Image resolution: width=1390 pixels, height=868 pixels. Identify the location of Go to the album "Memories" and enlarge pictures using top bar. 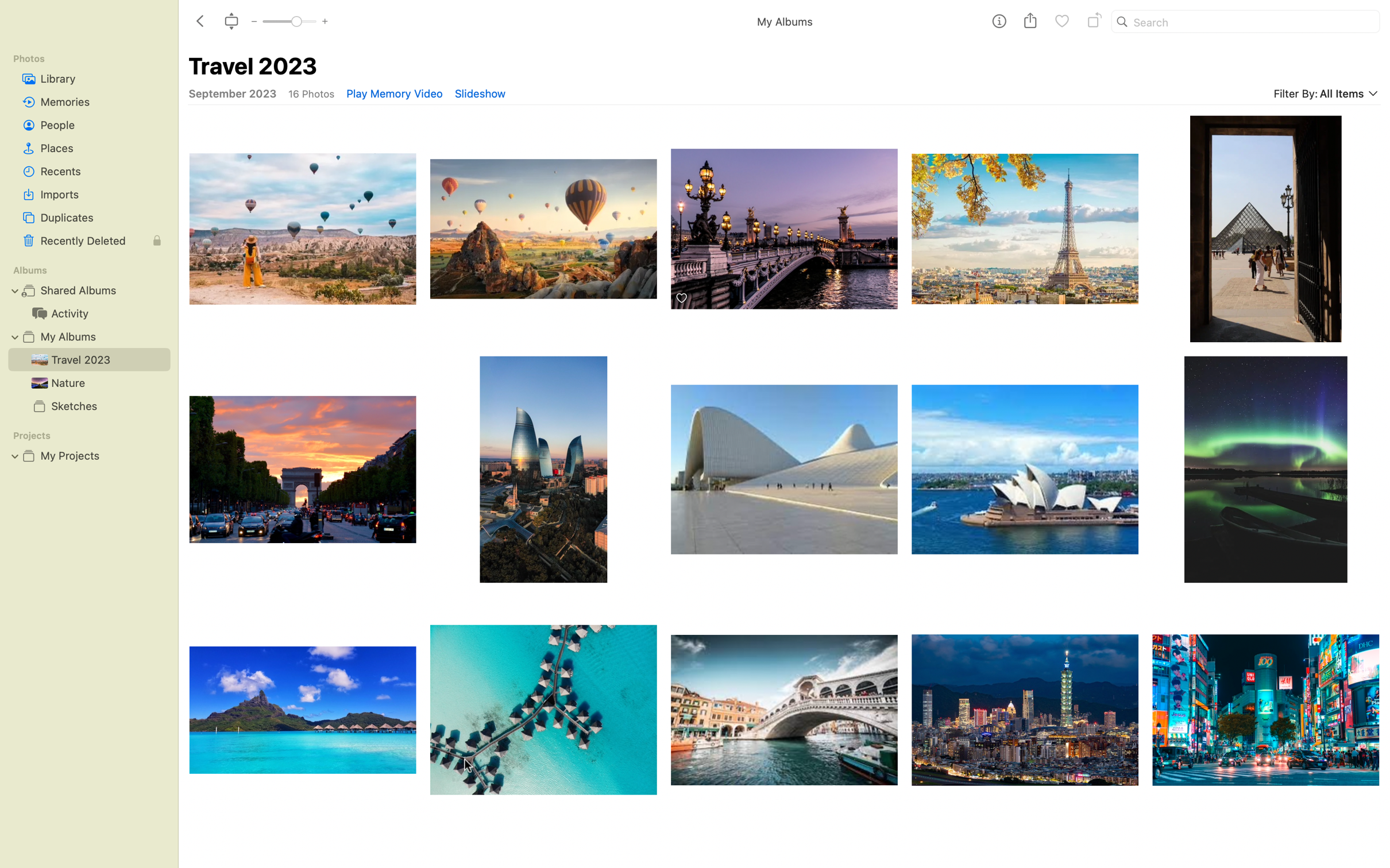
(88, 101).